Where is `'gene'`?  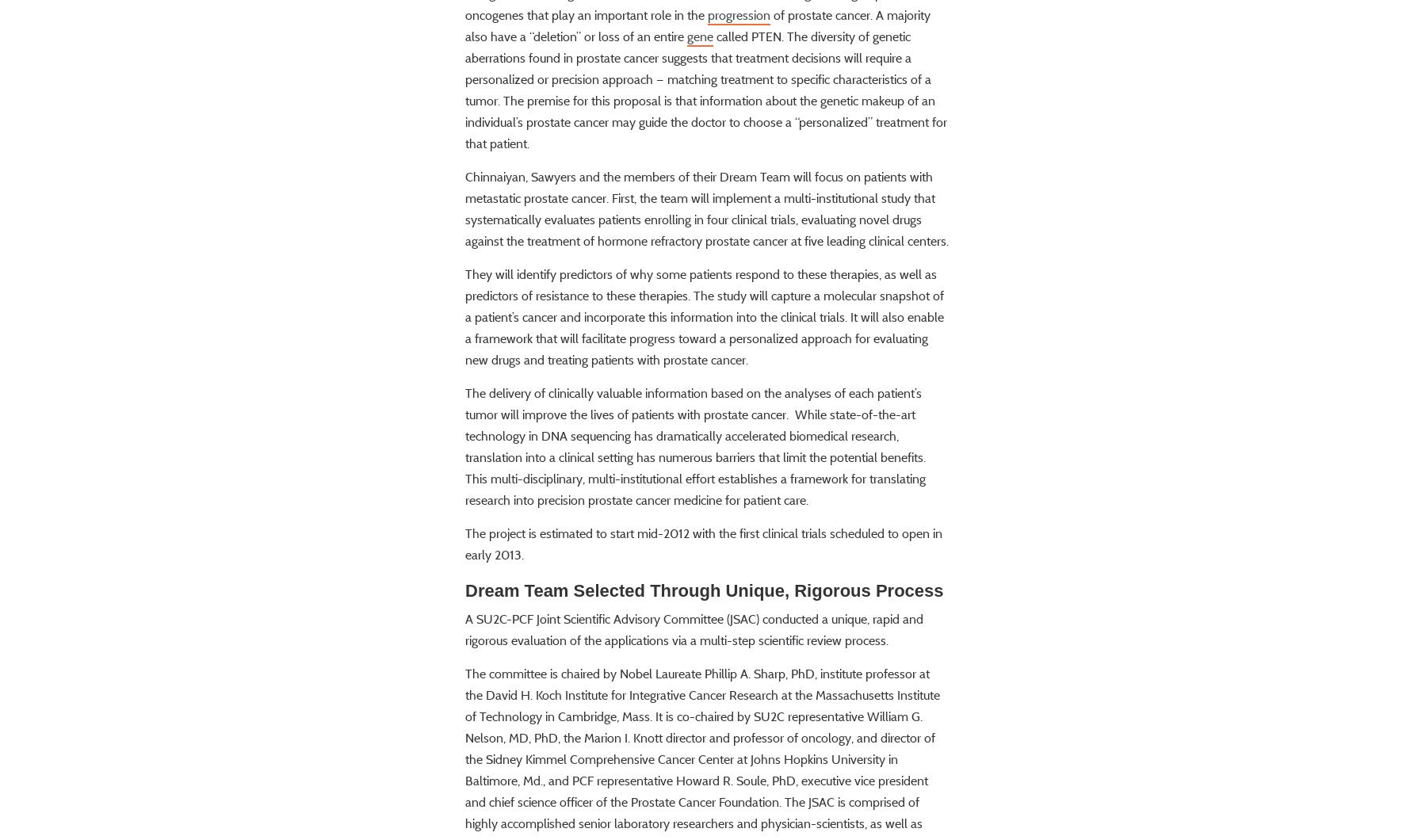
'gene' is located at coordinates (686, 82).